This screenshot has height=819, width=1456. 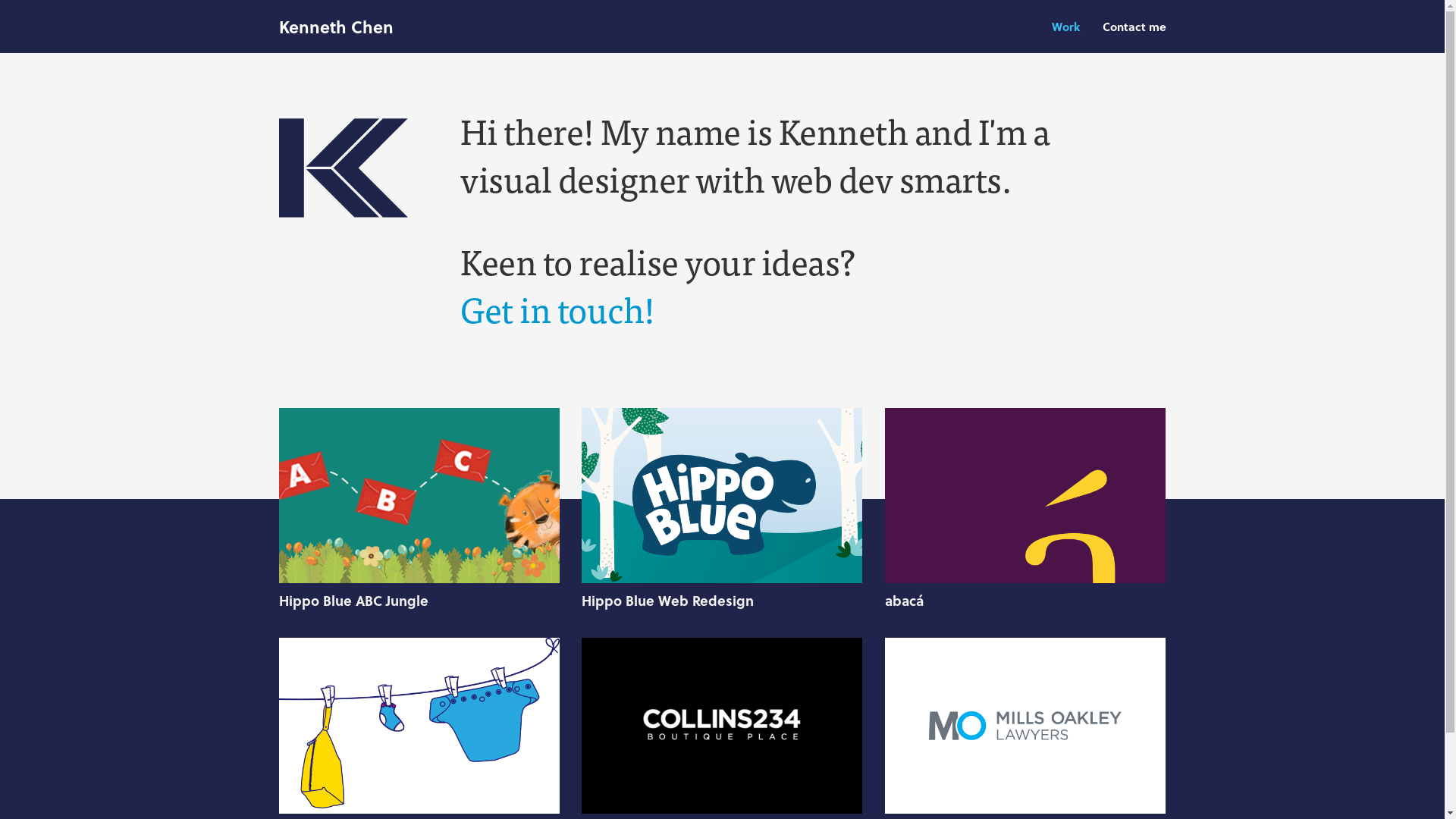 I want to click on 'Kenneth Chen', so click(x=335, y=26).